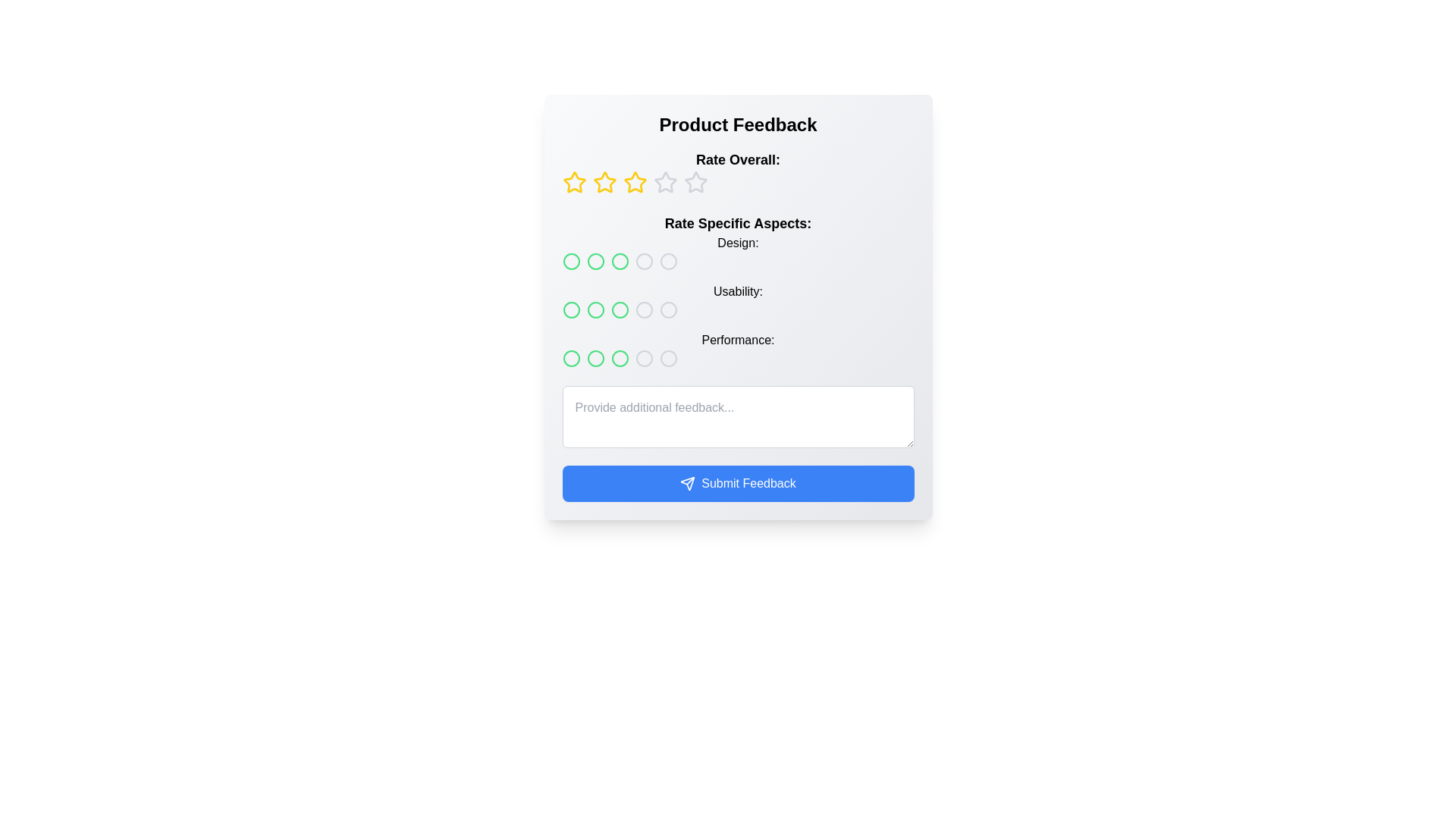 The image size is (1456, 819). What do you see at coordinates (595, 309) in the screenshot?
I see `the second circular radio button with a green border under the 'Usability' category in the 'Rate Specific Aspects' section` at bounding box center [595, 309].